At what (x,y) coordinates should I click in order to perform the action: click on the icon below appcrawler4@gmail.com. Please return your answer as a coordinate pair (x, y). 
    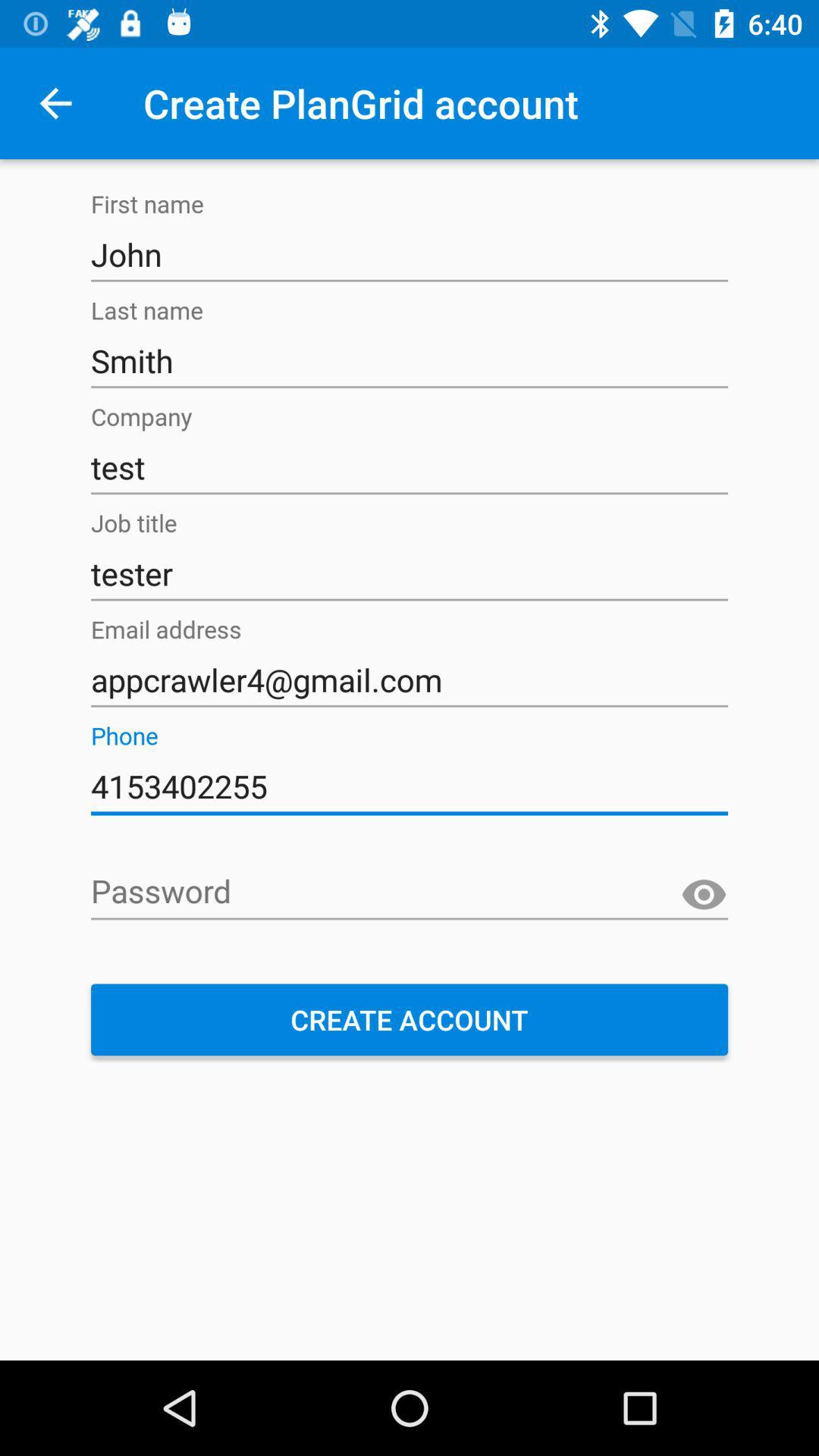
    Looking at the image, I should click on (409, 786).